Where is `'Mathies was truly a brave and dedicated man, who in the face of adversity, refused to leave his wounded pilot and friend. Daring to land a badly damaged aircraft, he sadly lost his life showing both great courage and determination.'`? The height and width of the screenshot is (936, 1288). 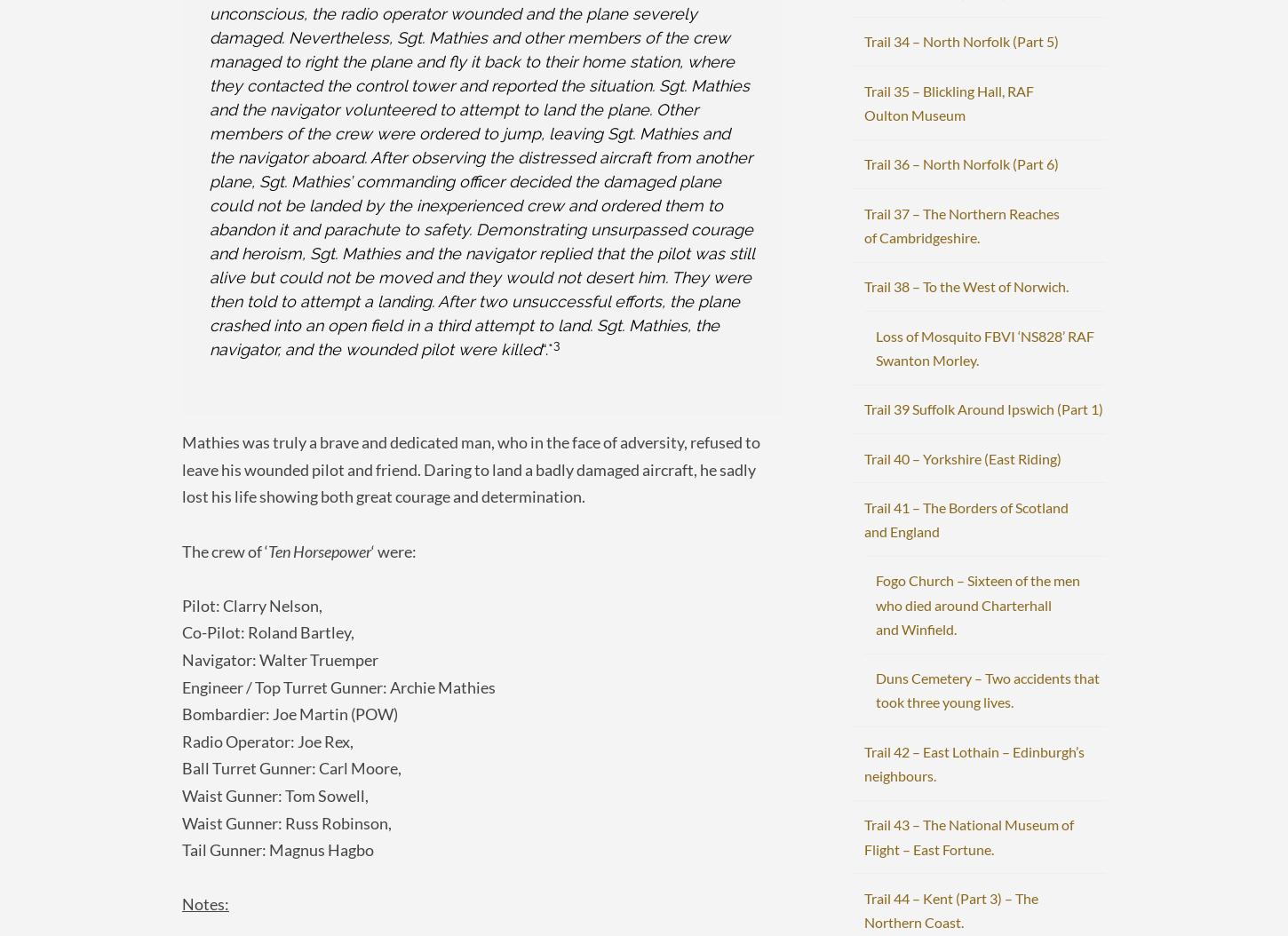
'Mathies was truly a brave and dedicated man, who in the face of adversity, refused to leave his wounded pilot and friend. Daring to land a badly damaged aircraft, he sadly lost his life showing both great courage and determination.' is located at coordinates (181, 469).